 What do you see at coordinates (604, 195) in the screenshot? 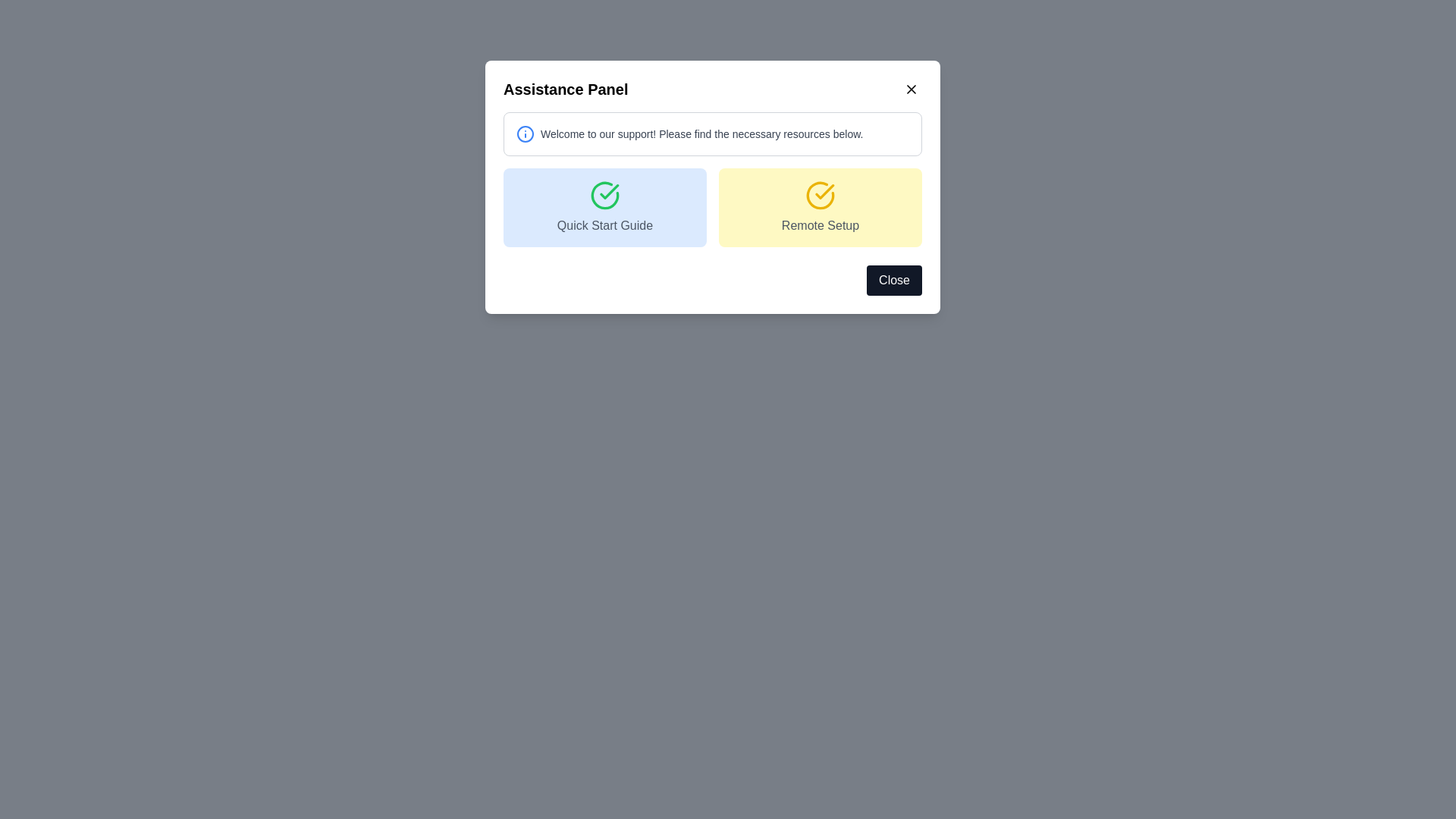
I see `the green checkmark icon within the blue rectangular button labeled 'Quick Start Guide' located in the Assistance Panel dialog box` at bounding box center [604, 195].